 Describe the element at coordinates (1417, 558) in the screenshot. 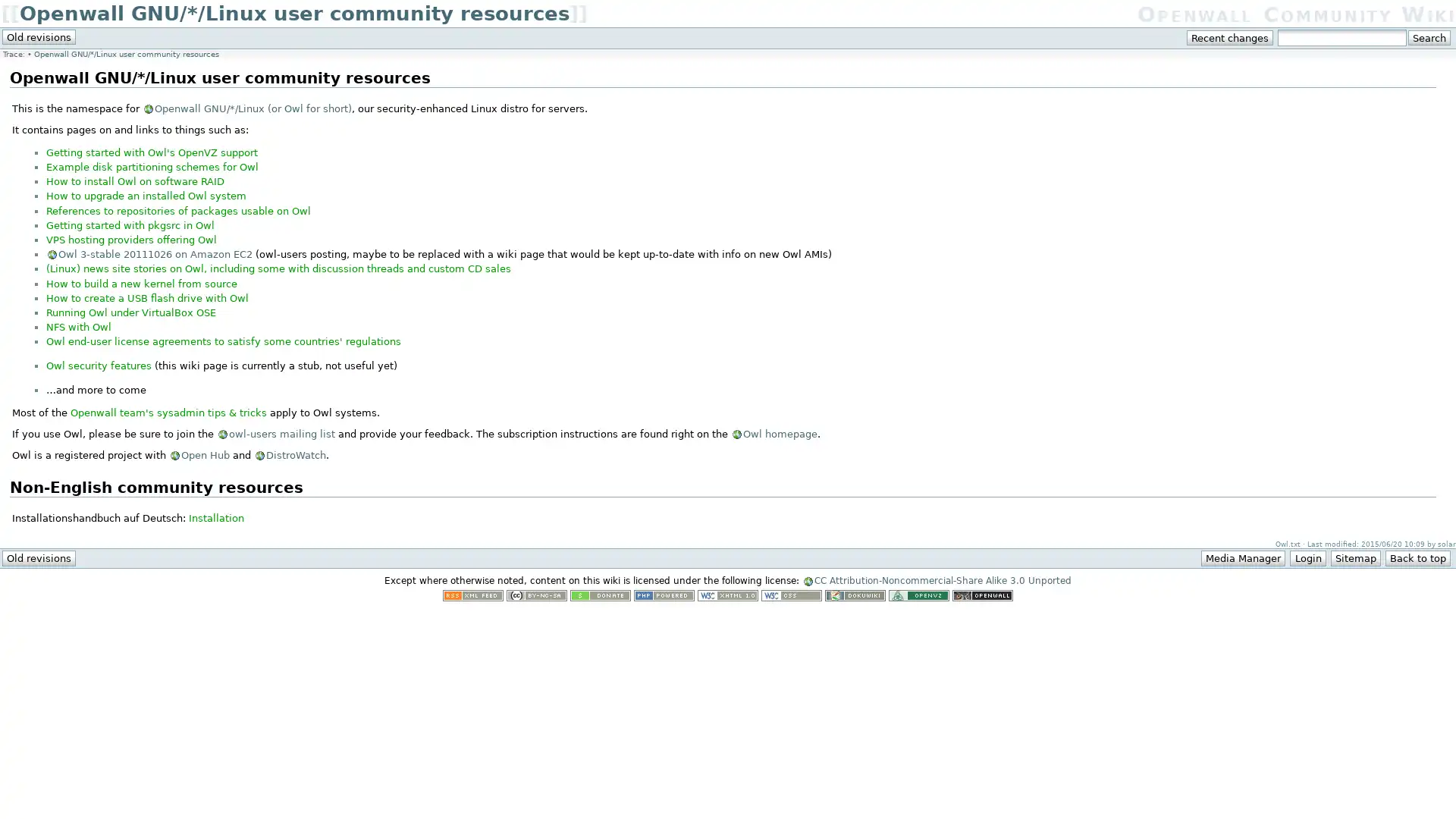

I see `Back to top` at that location.